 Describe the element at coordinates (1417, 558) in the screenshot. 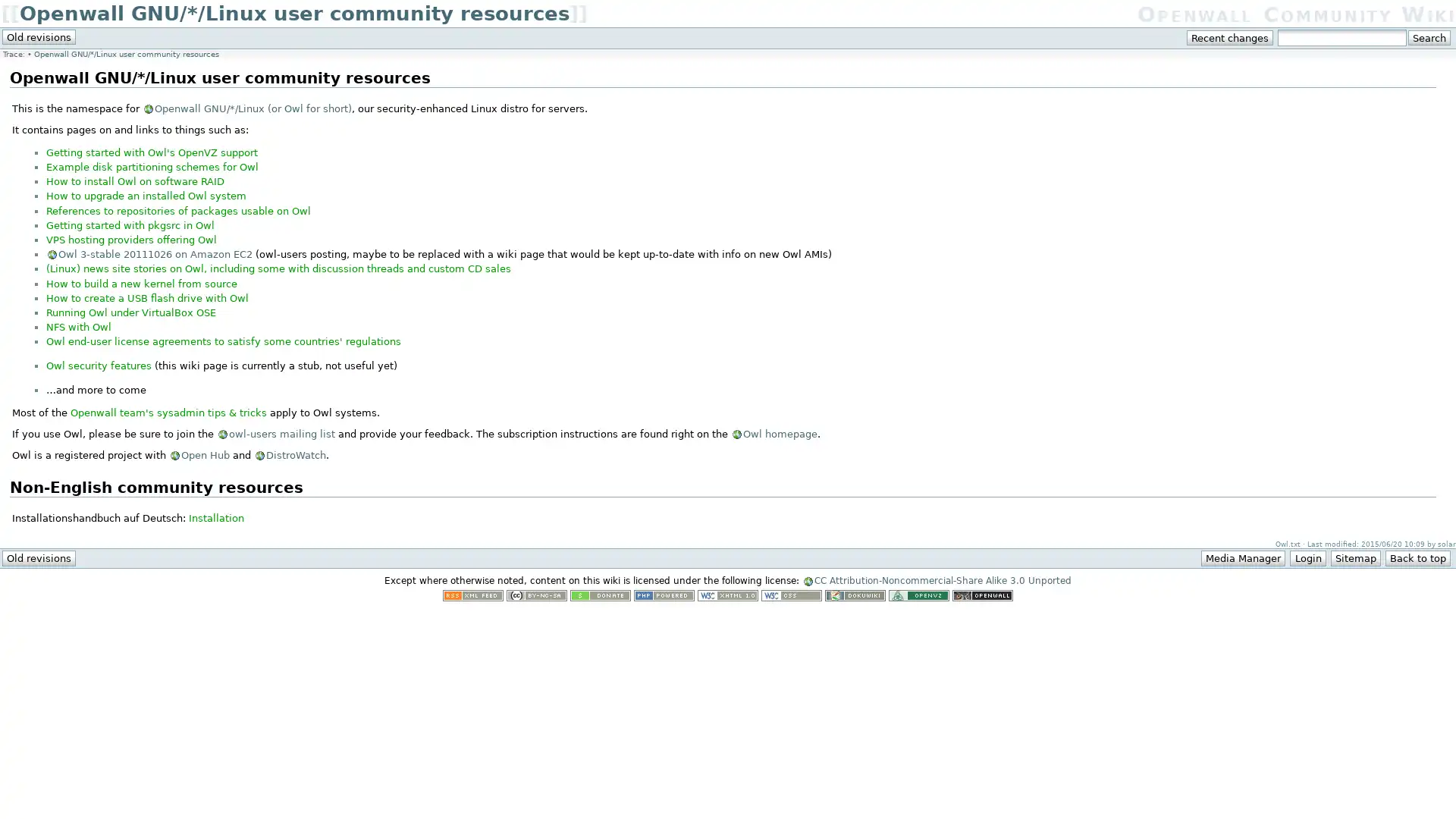

I see `Back to top` at that location.